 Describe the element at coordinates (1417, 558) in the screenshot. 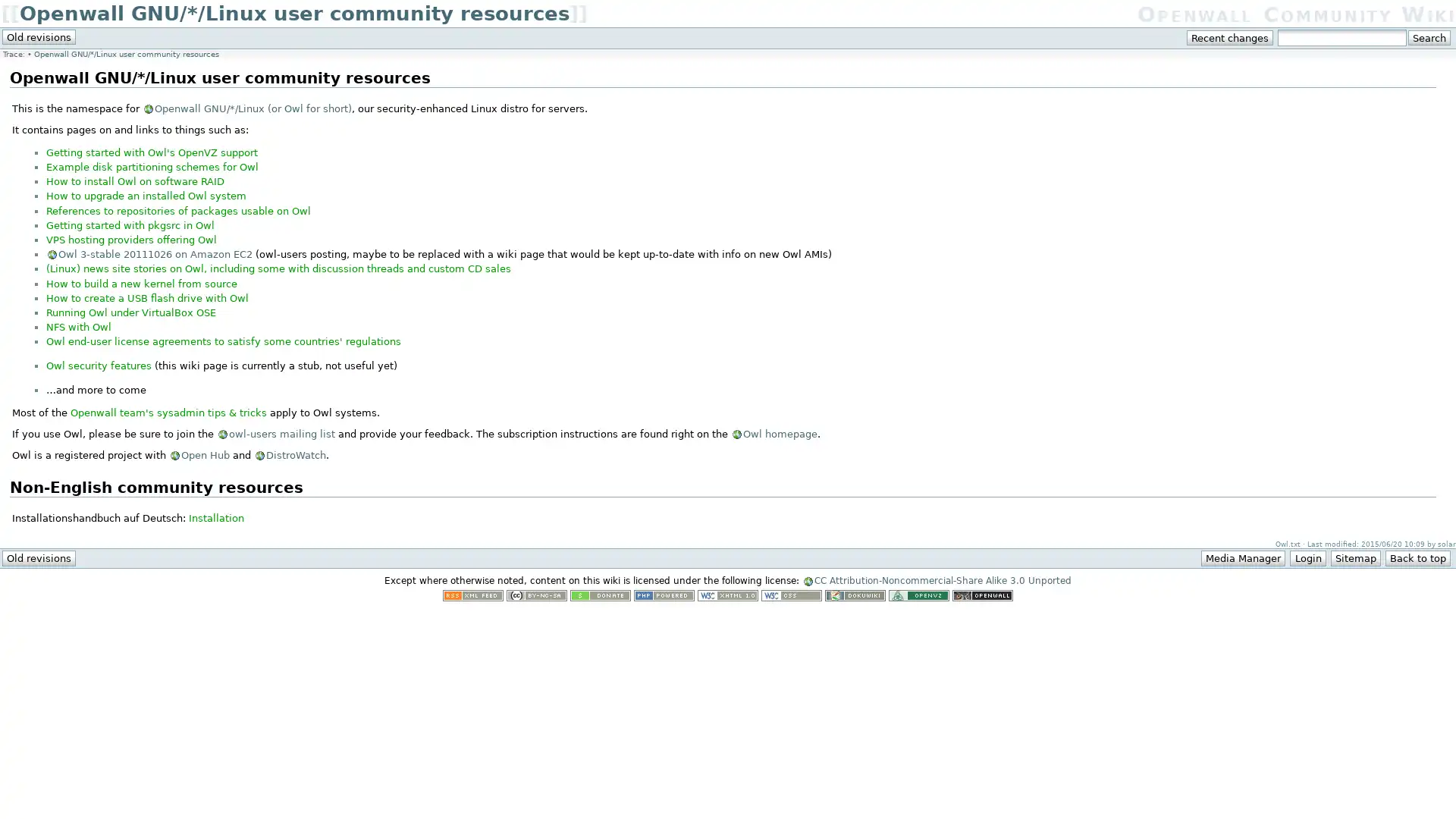

I see `Back to top` at that location.